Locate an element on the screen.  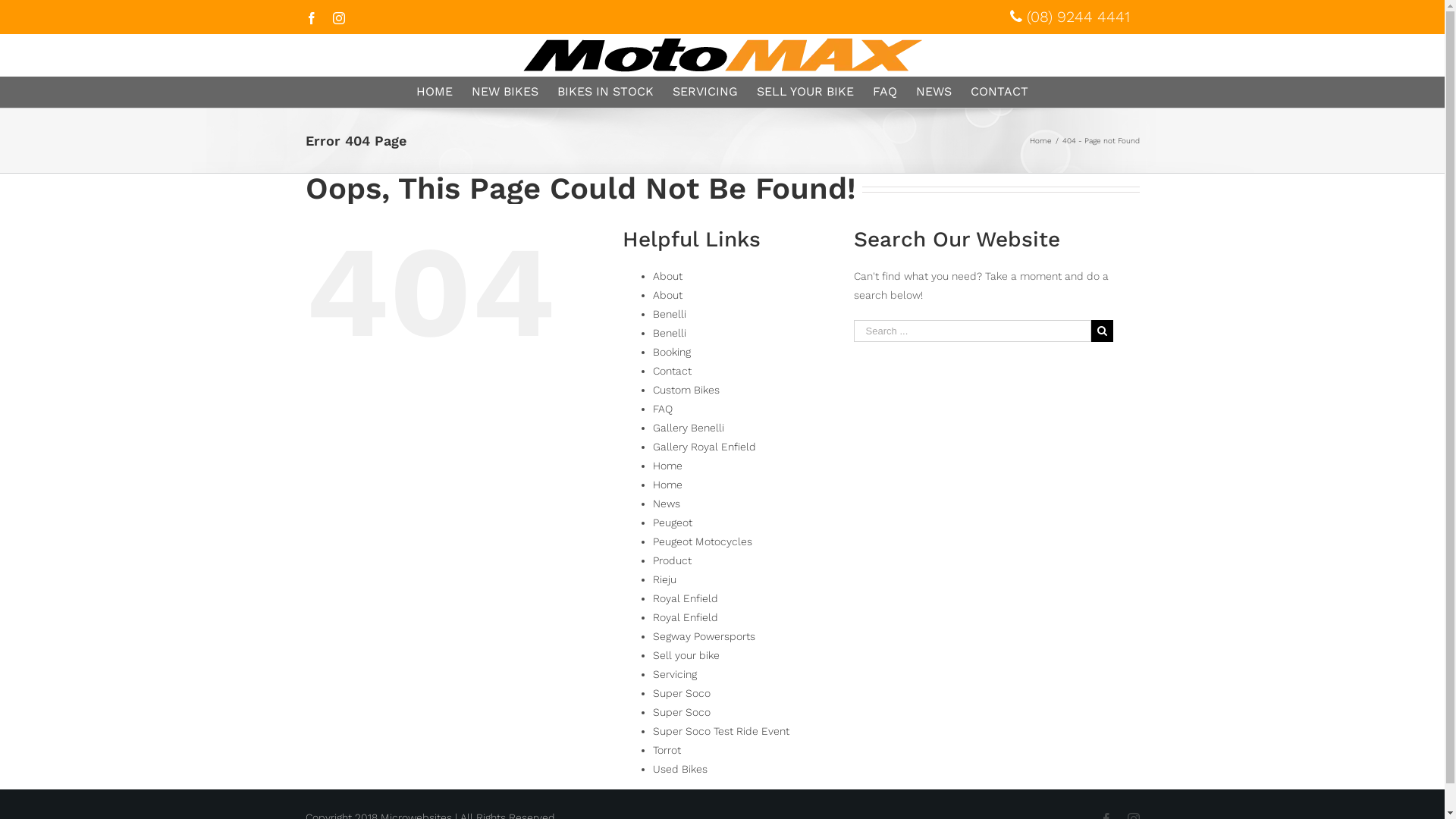
'(08) 9244 4441' is located at coordinates (1068, 17).